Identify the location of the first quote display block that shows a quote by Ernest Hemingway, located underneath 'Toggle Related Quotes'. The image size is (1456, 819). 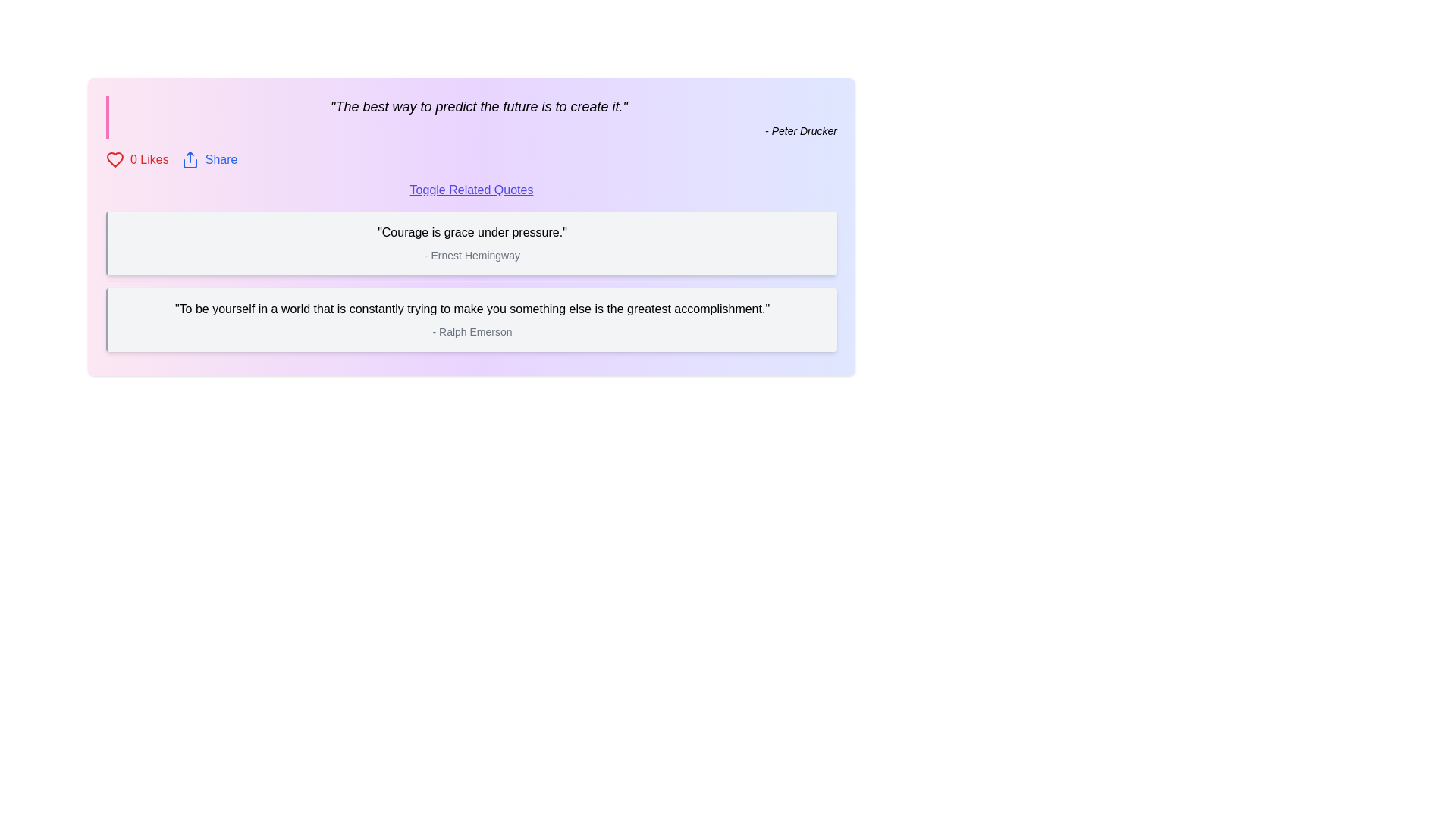
(471, 242).